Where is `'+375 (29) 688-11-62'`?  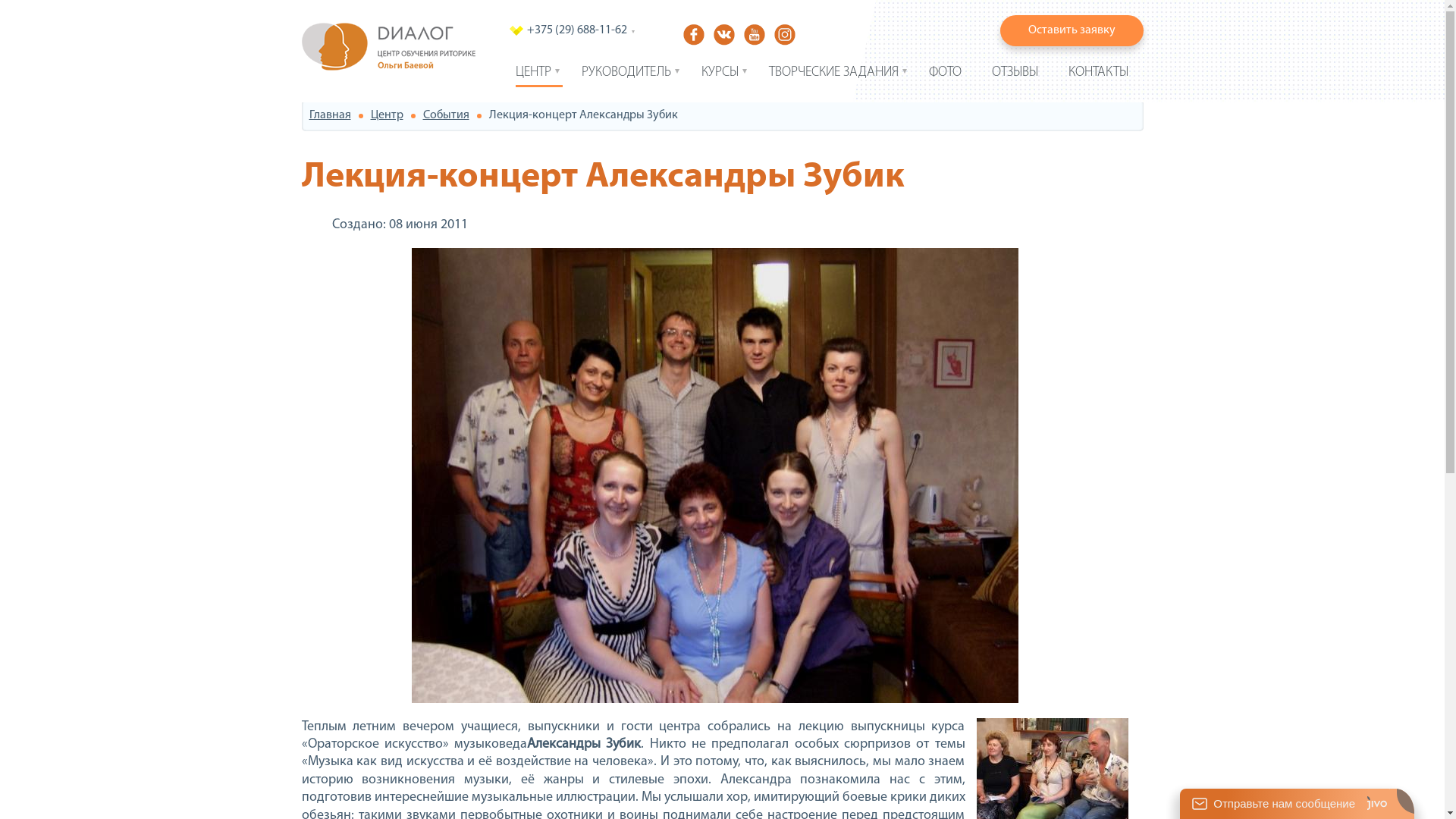
'+375 (29) 688-11-62' is located at coordinates (575, 30).